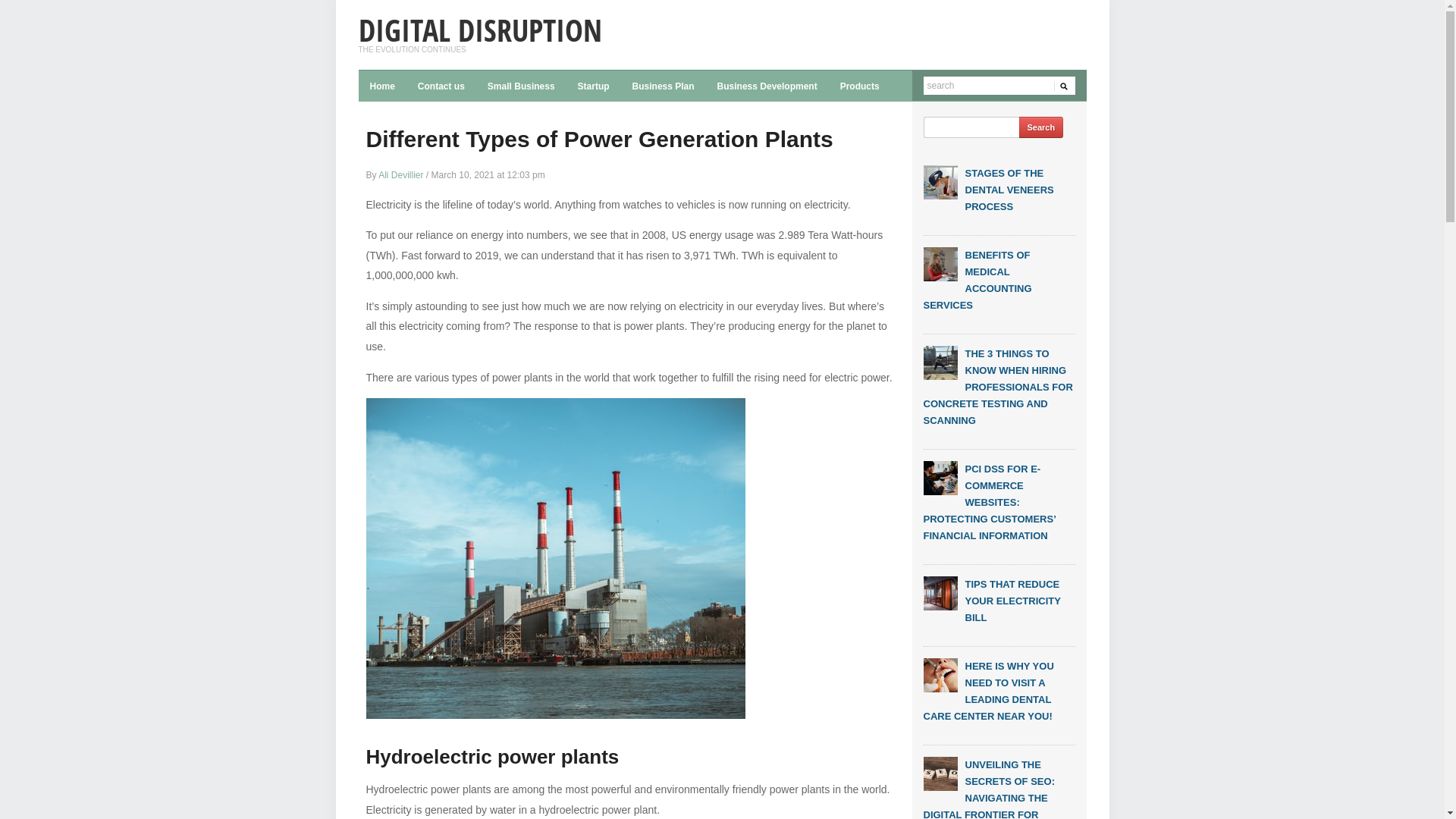 The width and height of the screenshot is (1456, 819). I want to click on 'Ali Devillier', so click(400, 174).